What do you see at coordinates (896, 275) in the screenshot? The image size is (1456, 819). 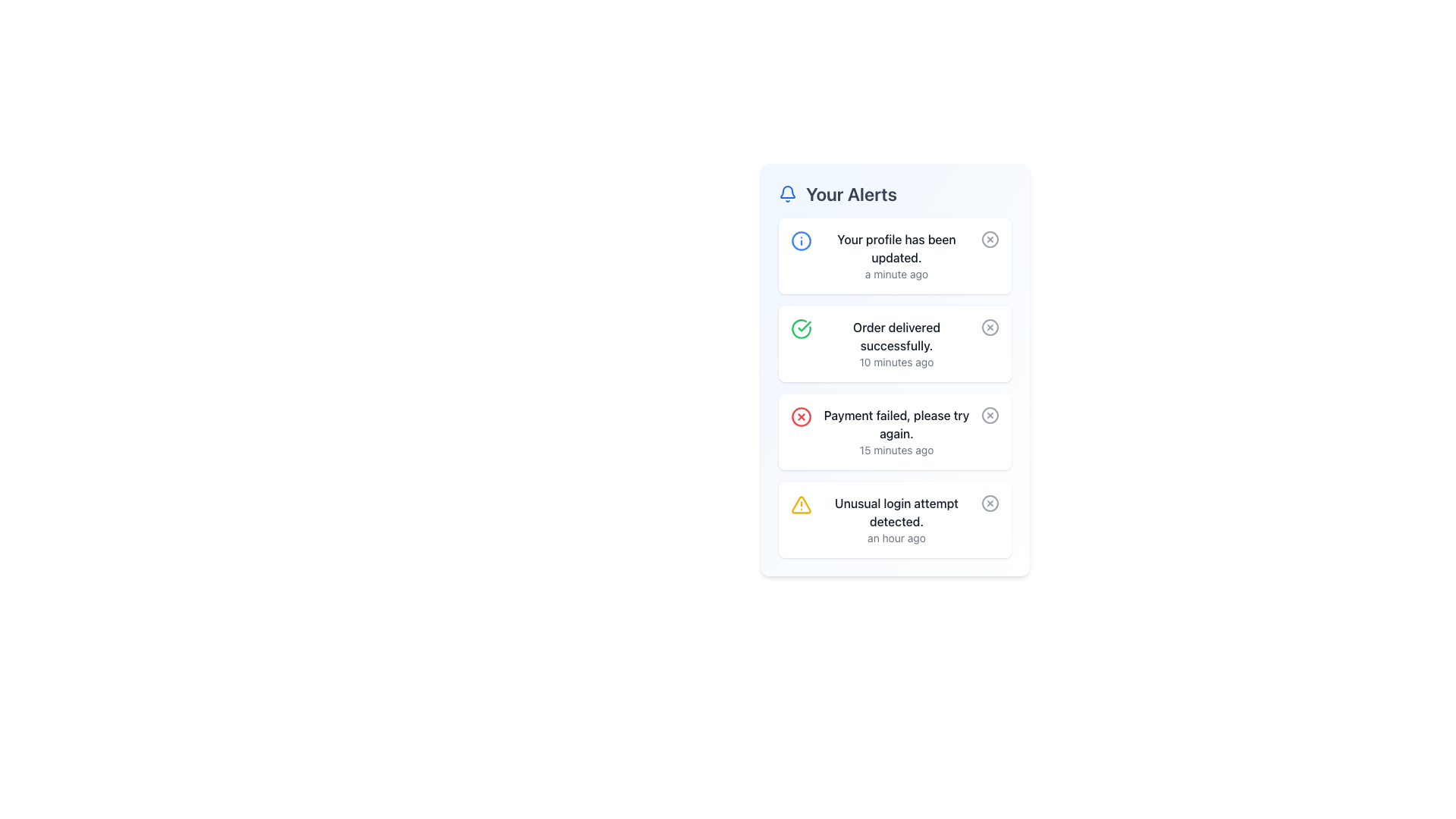 I see `the timestamp text label that indicates the recency of the associated notification 'Your profile has been updated.' located below the notification text in the first card of the 'Your Alerts' sidebar` at bounding box center [896, 275].